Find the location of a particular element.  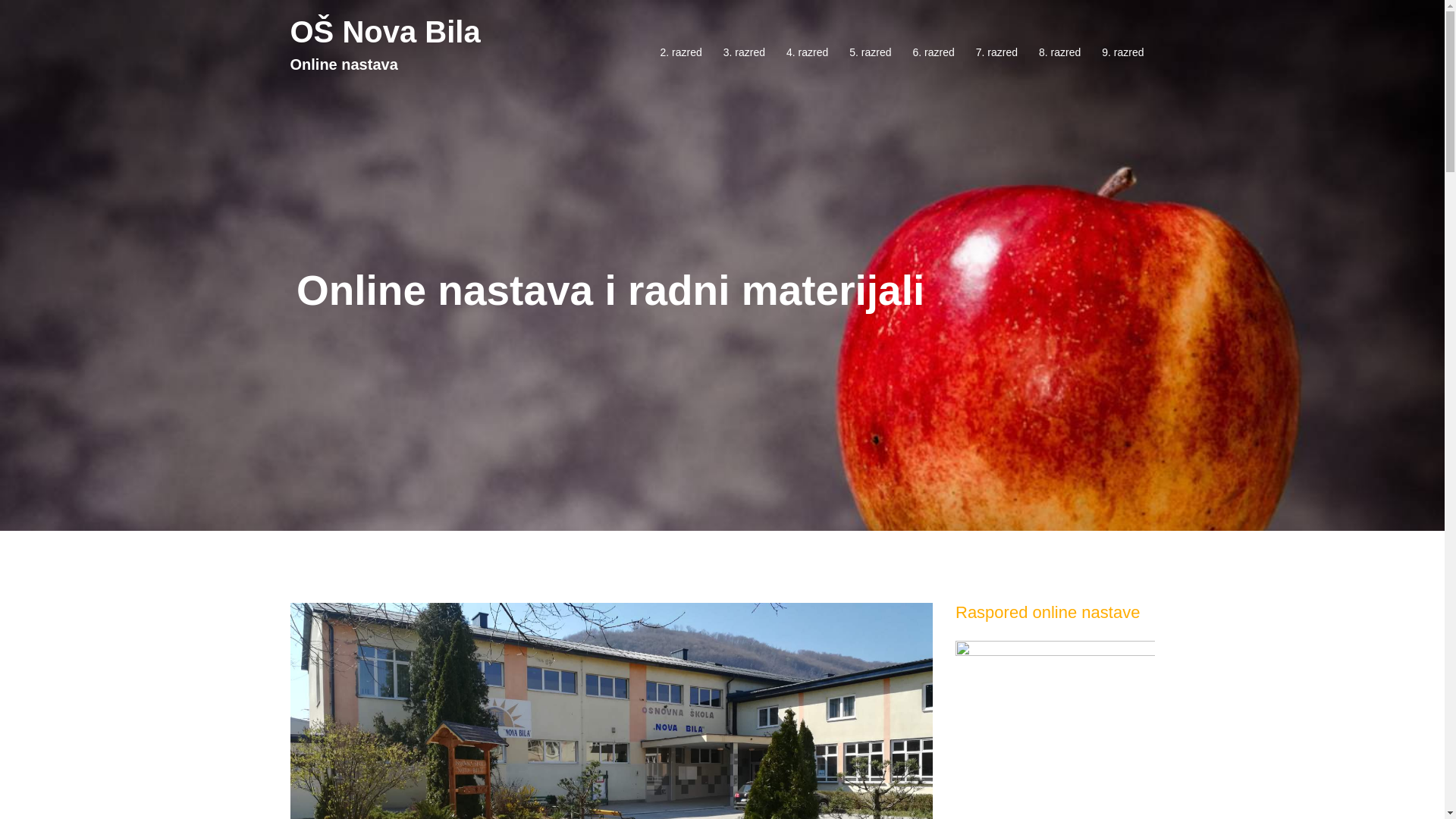

'9. razred' is located at coordinates (1122, 52).